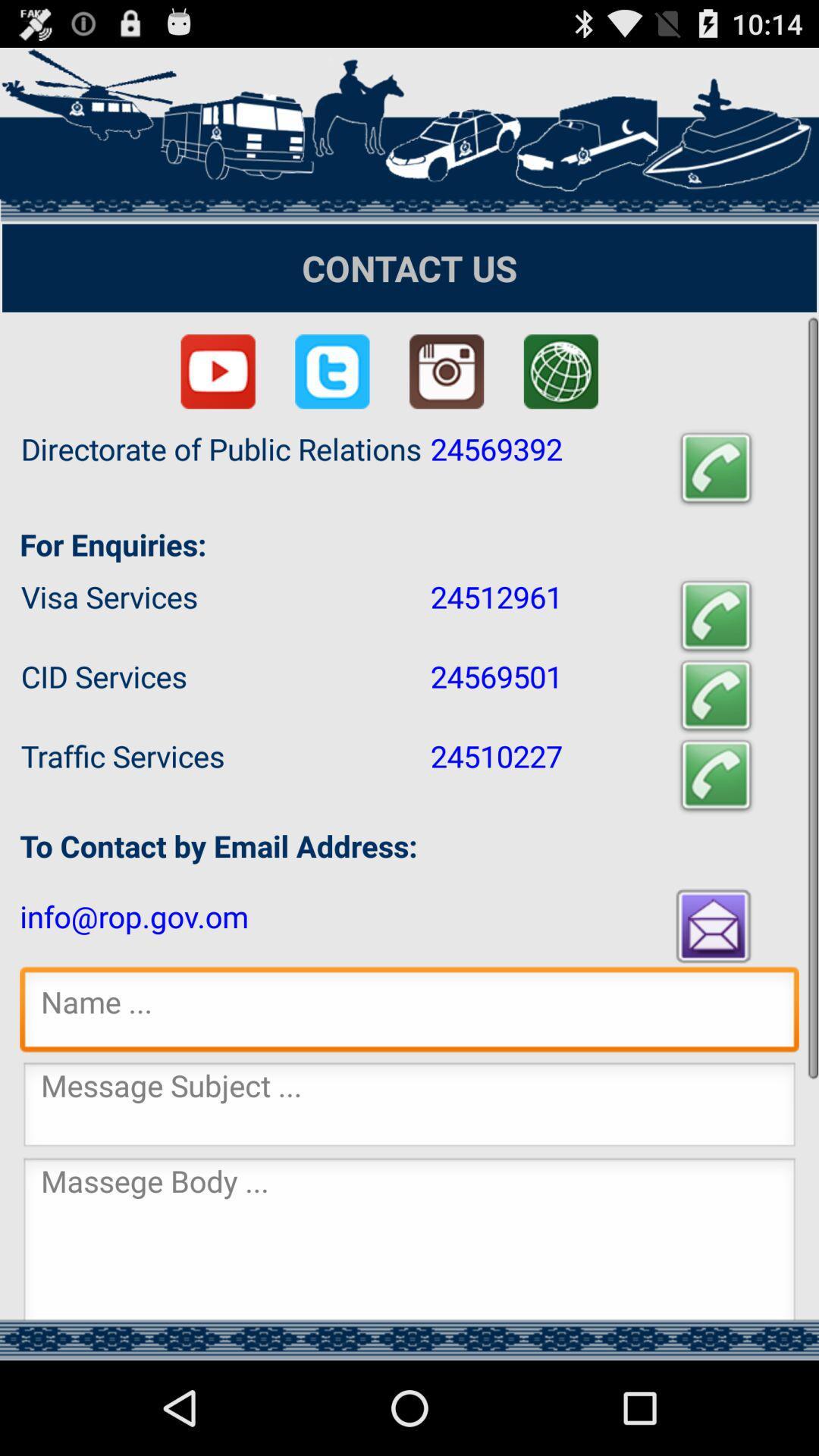  What do you see at coordinates (716, 468) in the screenshot?
I see `call button` at bounding box center [716, 468].